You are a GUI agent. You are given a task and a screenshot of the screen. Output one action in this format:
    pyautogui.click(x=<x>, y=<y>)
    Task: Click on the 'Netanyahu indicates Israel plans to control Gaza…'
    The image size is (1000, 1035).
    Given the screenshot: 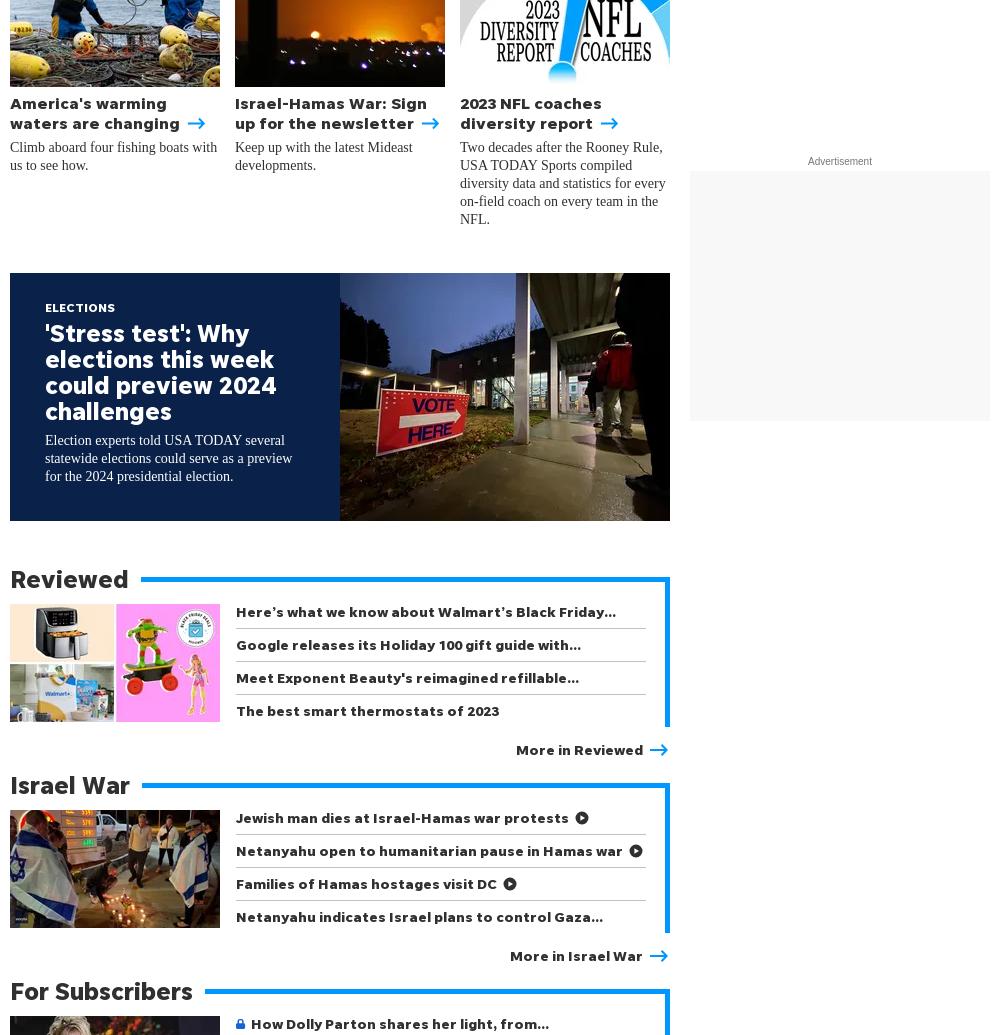 What is the action you would take?
    pyautogui.click(x=419, y=915)
    